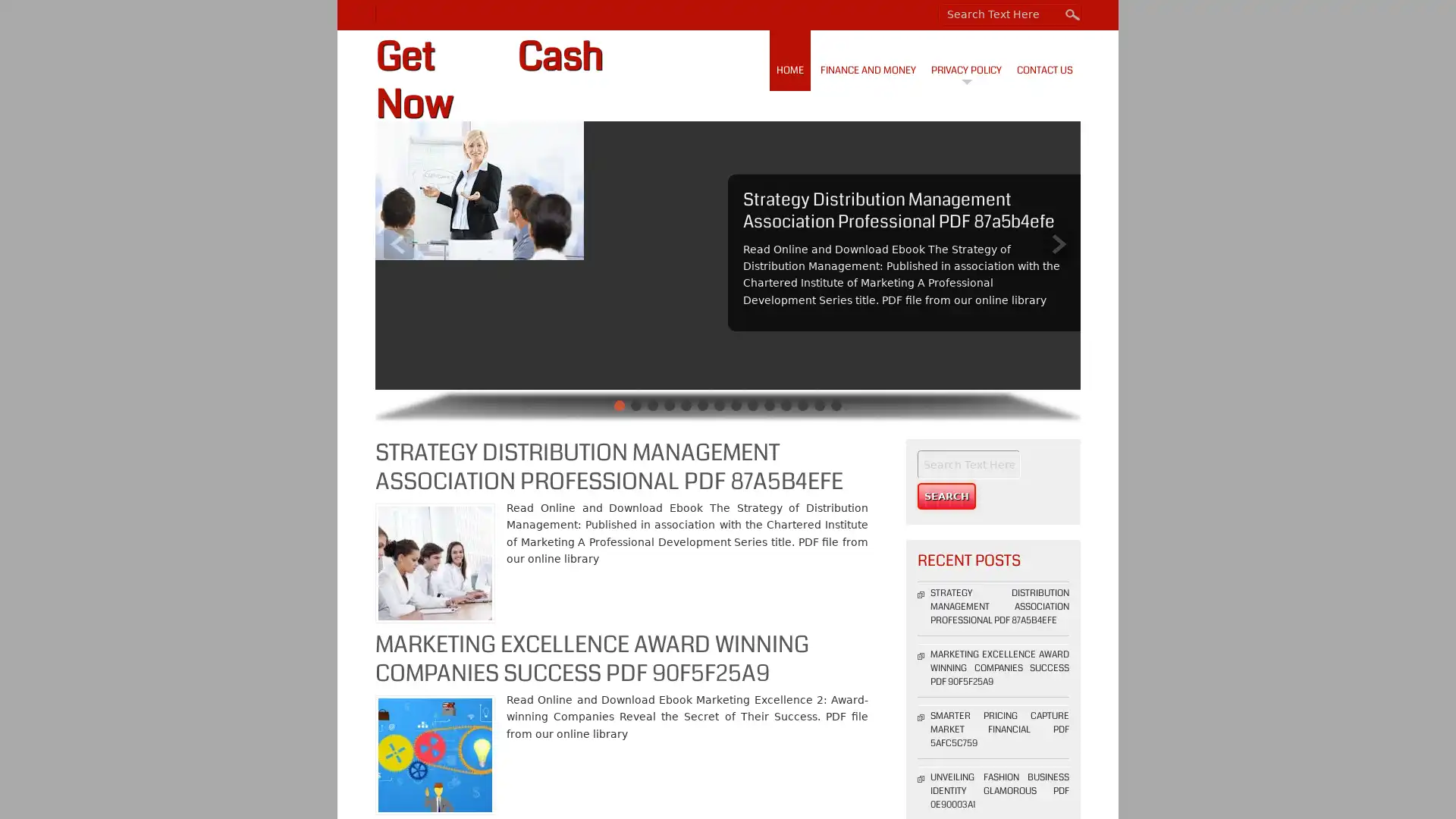 The image size is (1456, 819). What do you see at coordinates (946, 496) in the screenshot?
I see `Search` at bounding box center [946, 496].